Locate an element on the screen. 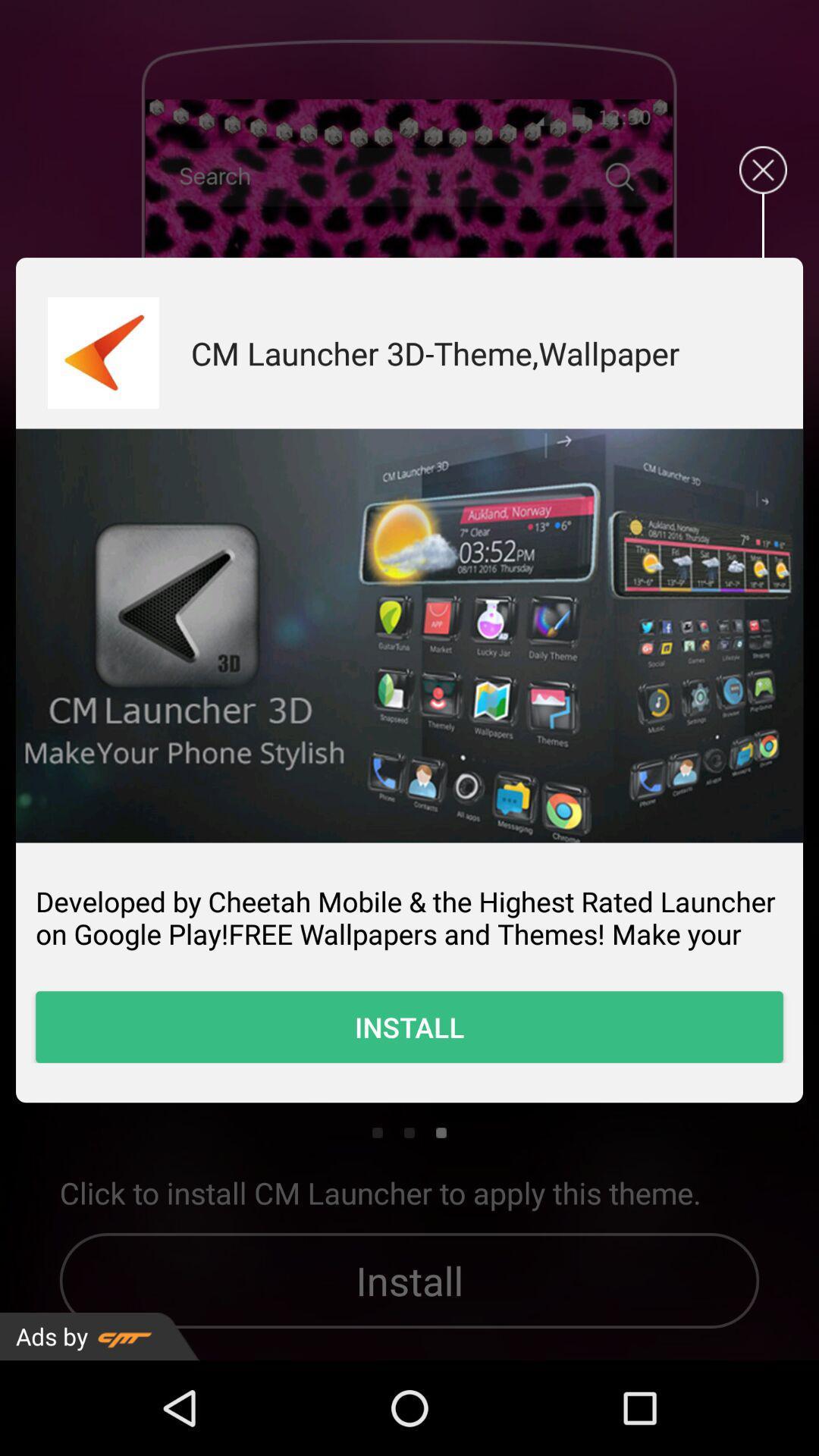 This screenshot has width=819, height=1456. install the cm launcher is located at coordinates (409, 635).